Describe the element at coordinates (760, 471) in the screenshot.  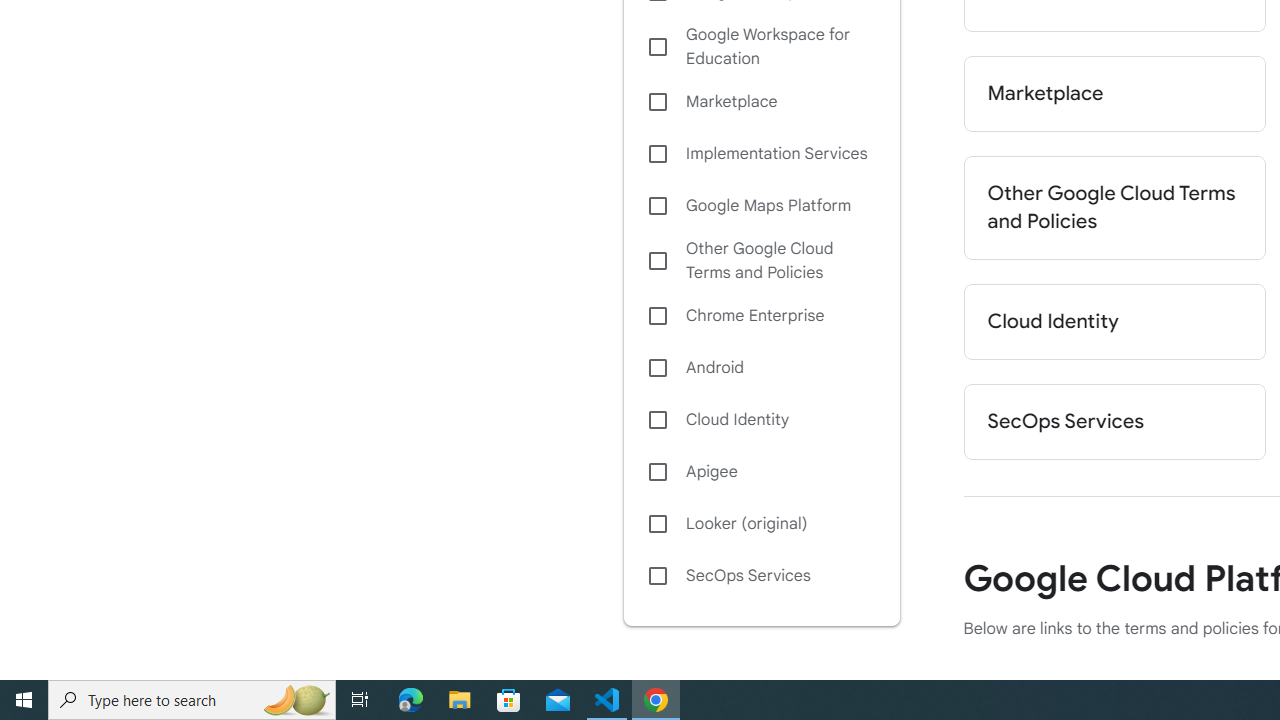
I see `'Apigee'` at that location.